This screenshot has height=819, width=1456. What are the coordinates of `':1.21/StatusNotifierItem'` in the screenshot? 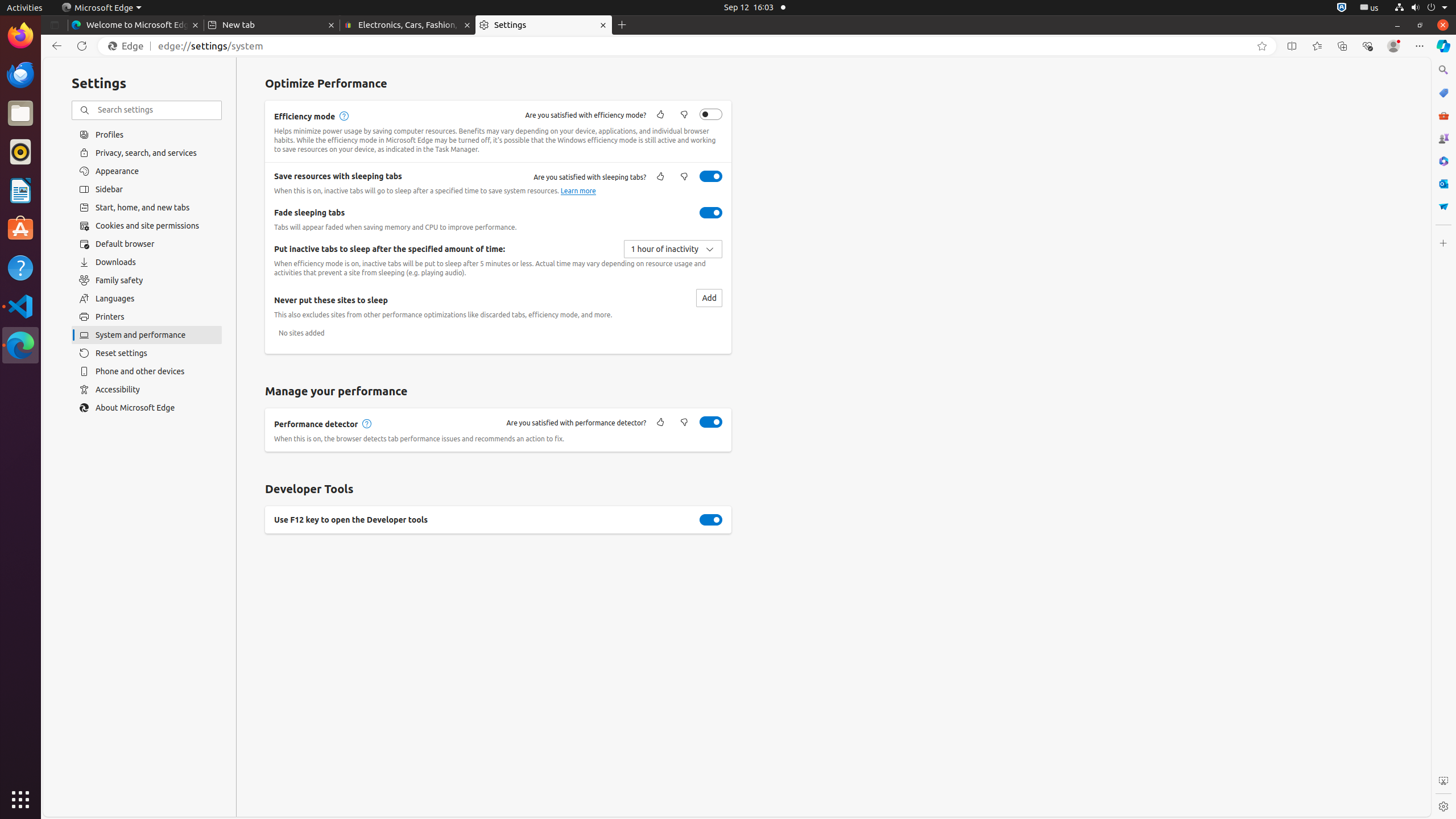 It's located at (1368, 7).